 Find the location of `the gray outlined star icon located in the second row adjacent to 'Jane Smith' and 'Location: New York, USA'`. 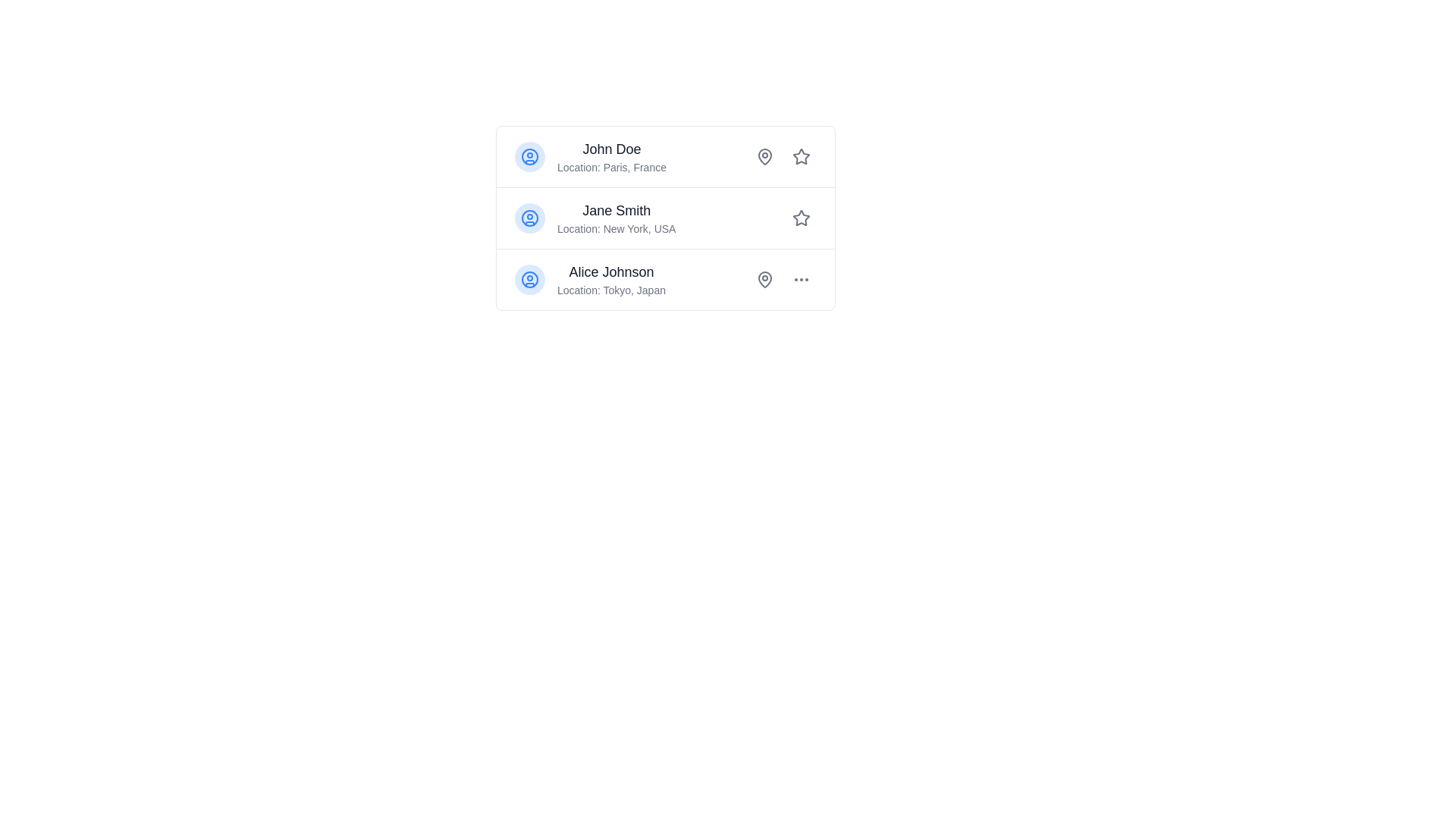

the gray outlined star icon located in the second row adjacent to 'Jane Smith' and 'Location: New York, USA' is located at coordinates (800, 218).